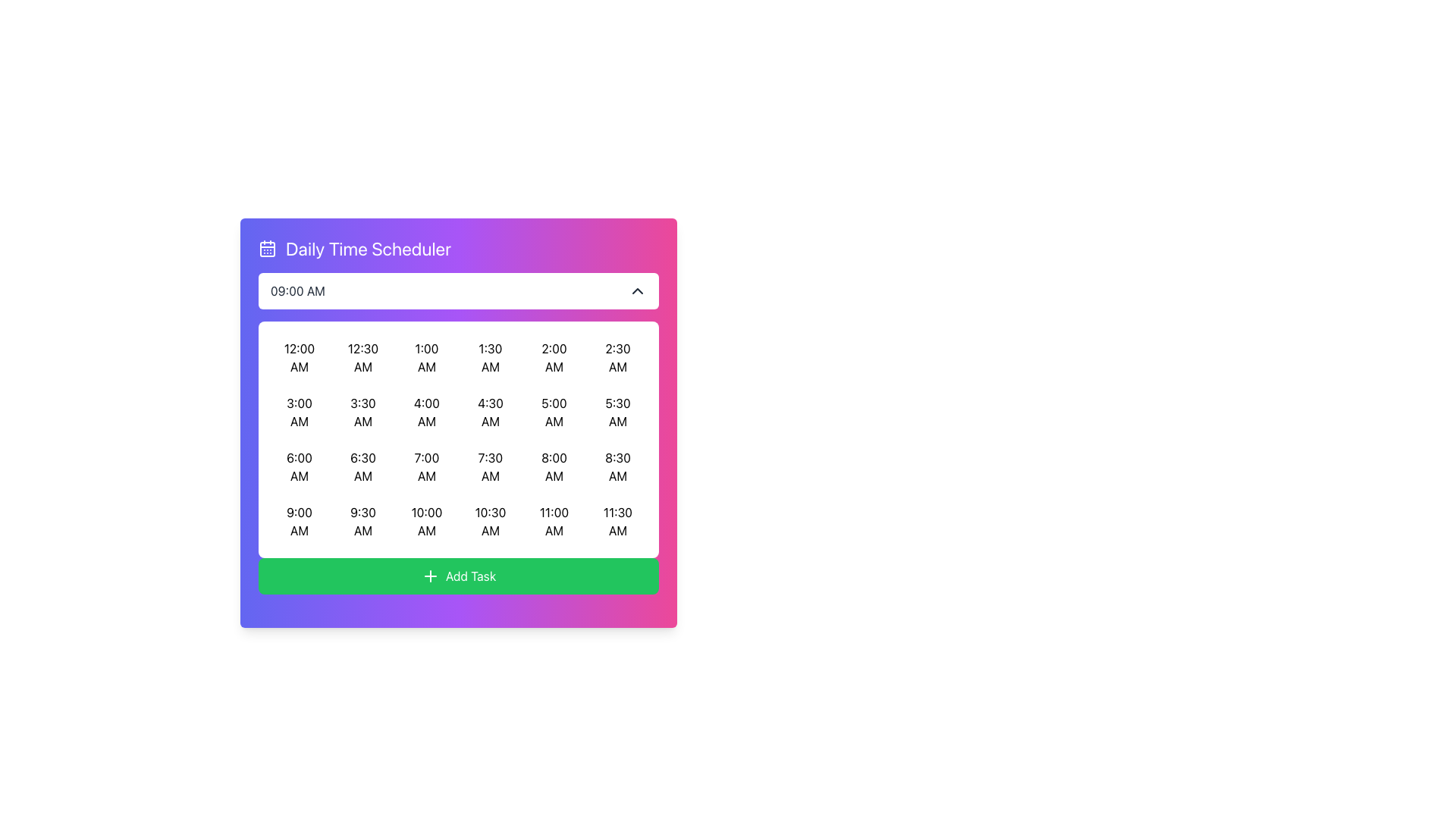 The height and width of the screenshot is (819, 1456). I want to click on the button displaying '8:00 AM', so click(553, 466).